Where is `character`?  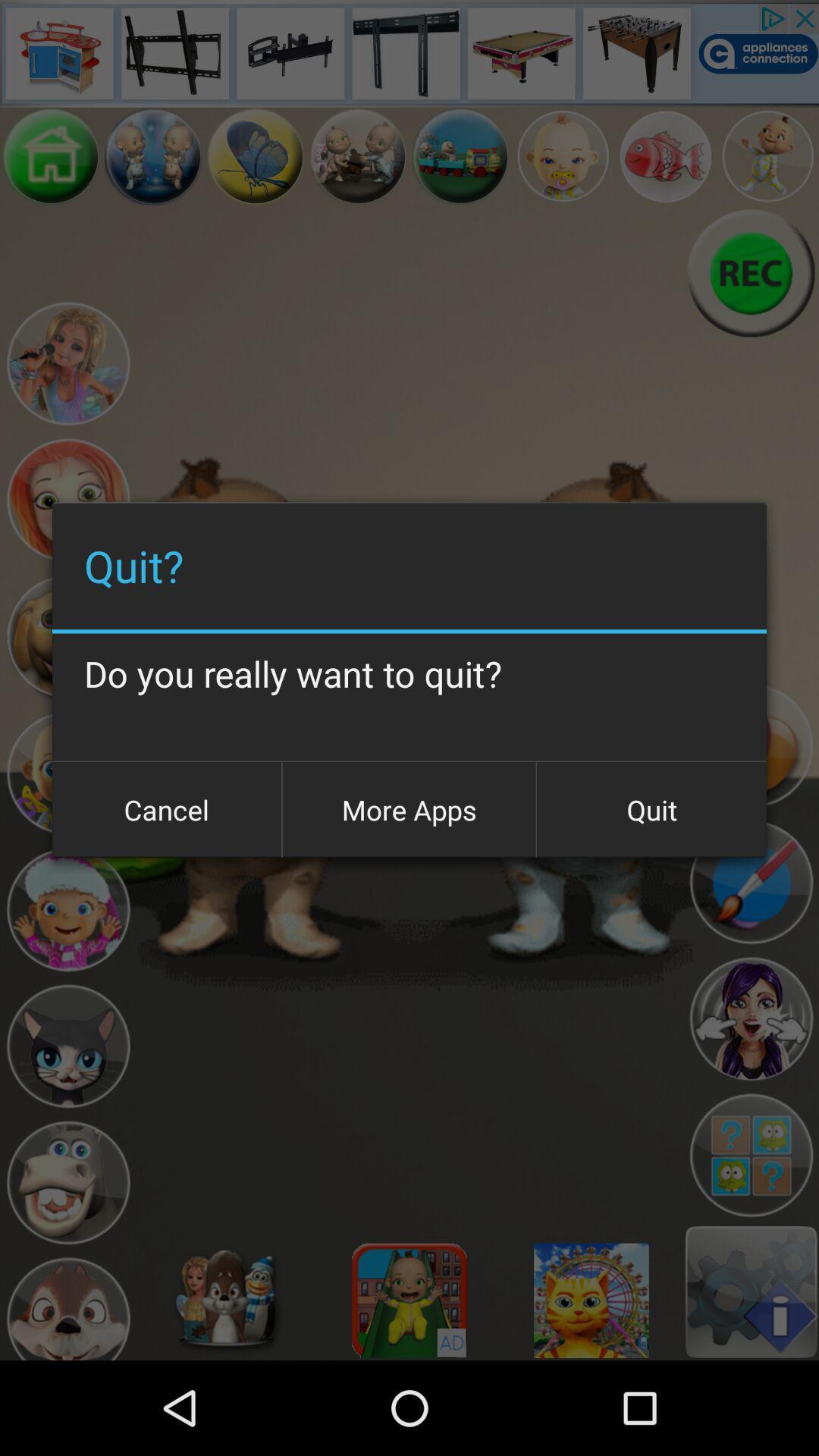
character is located at coordinates (67, 1305).